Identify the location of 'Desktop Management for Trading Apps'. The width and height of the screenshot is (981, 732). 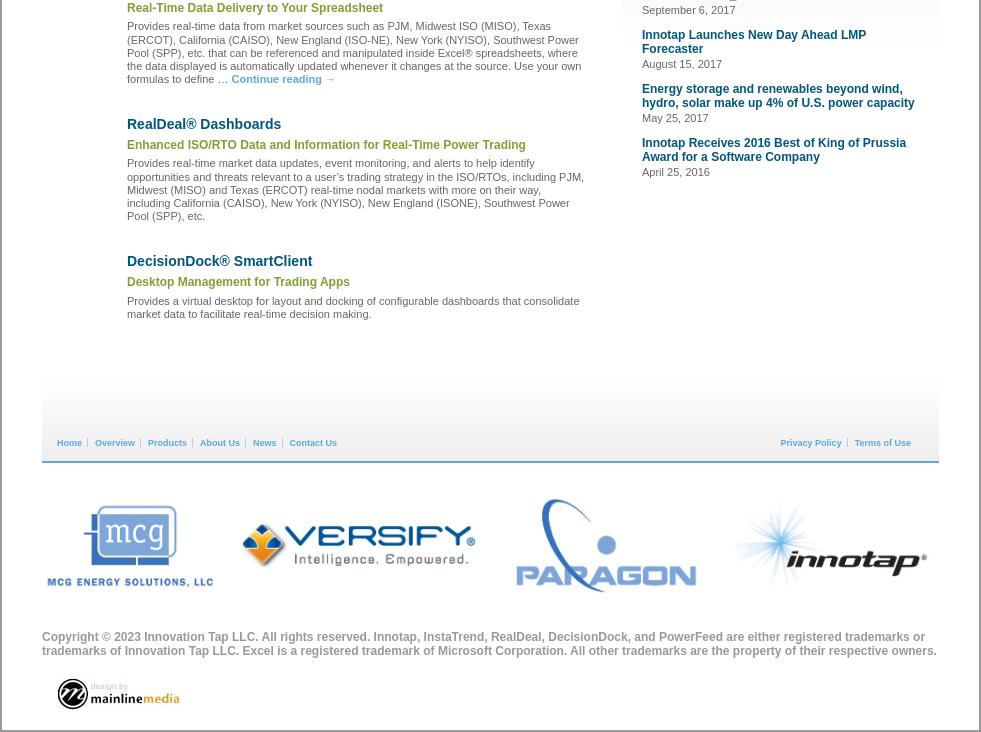
(236, 281).